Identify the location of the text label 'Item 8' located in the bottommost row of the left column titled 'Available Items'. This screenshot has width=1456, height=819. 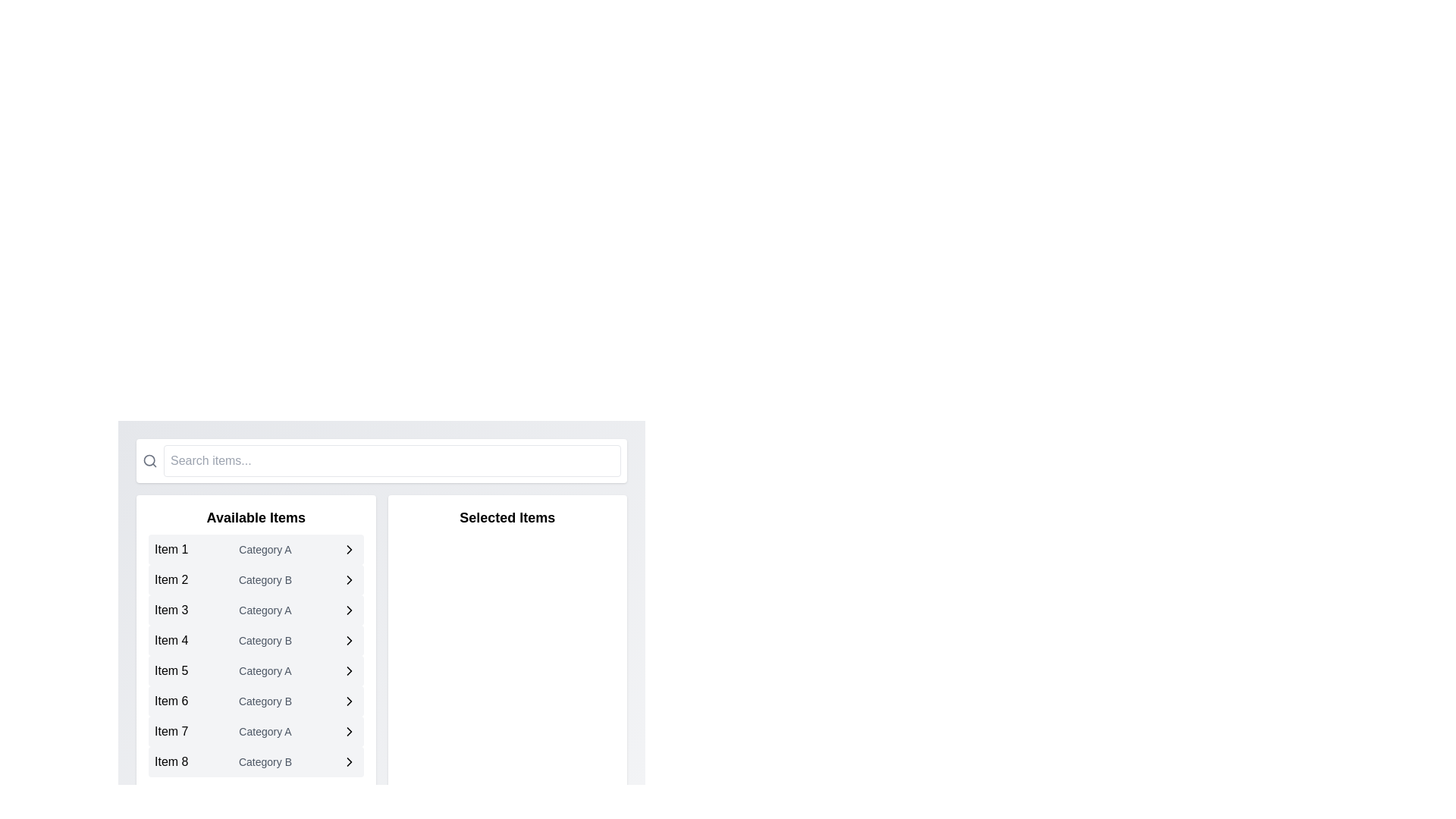
(171, 762).